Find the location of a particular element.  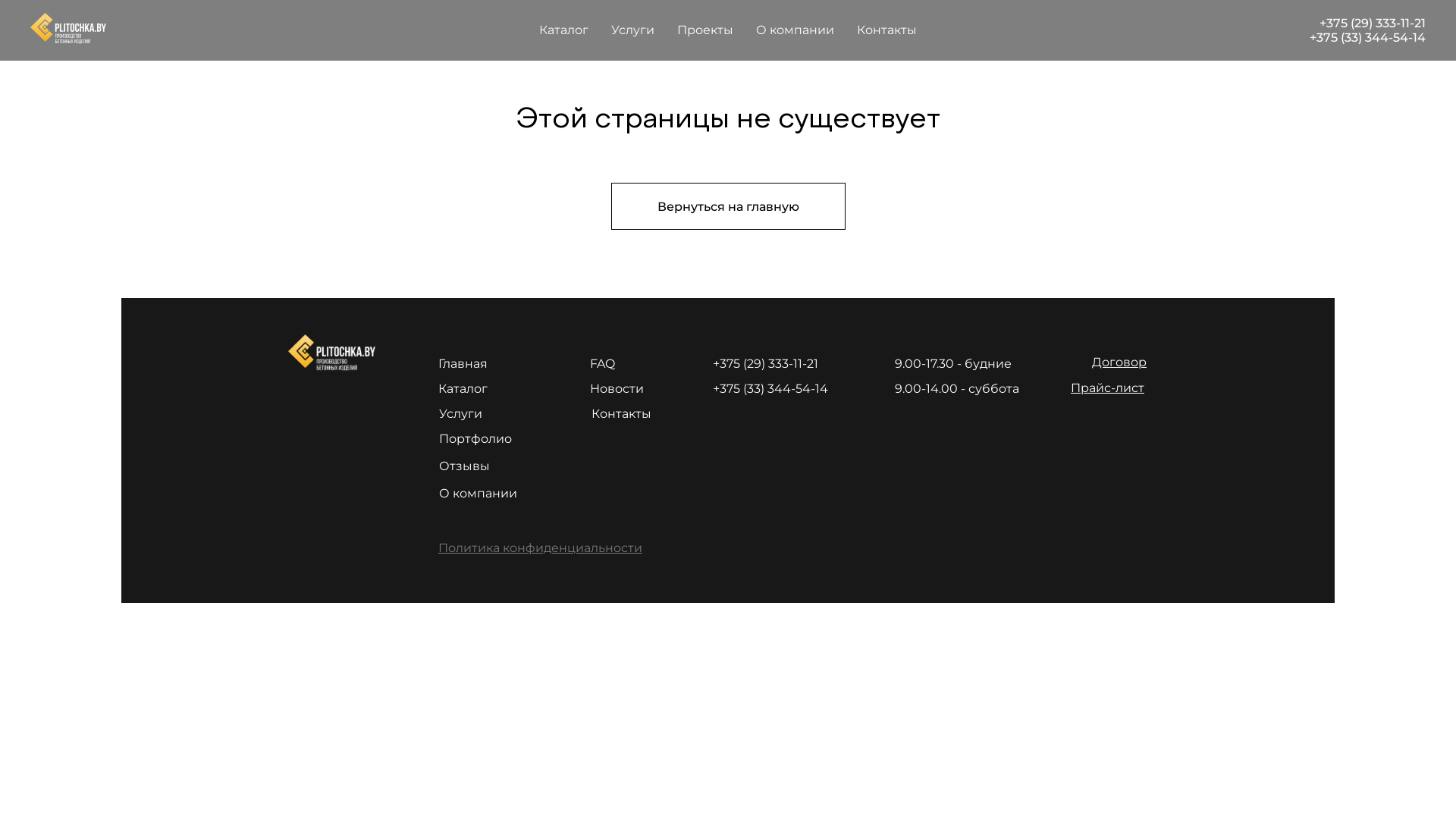

'+375 (29) 333-11-21' is located at coordinates (765, 363).